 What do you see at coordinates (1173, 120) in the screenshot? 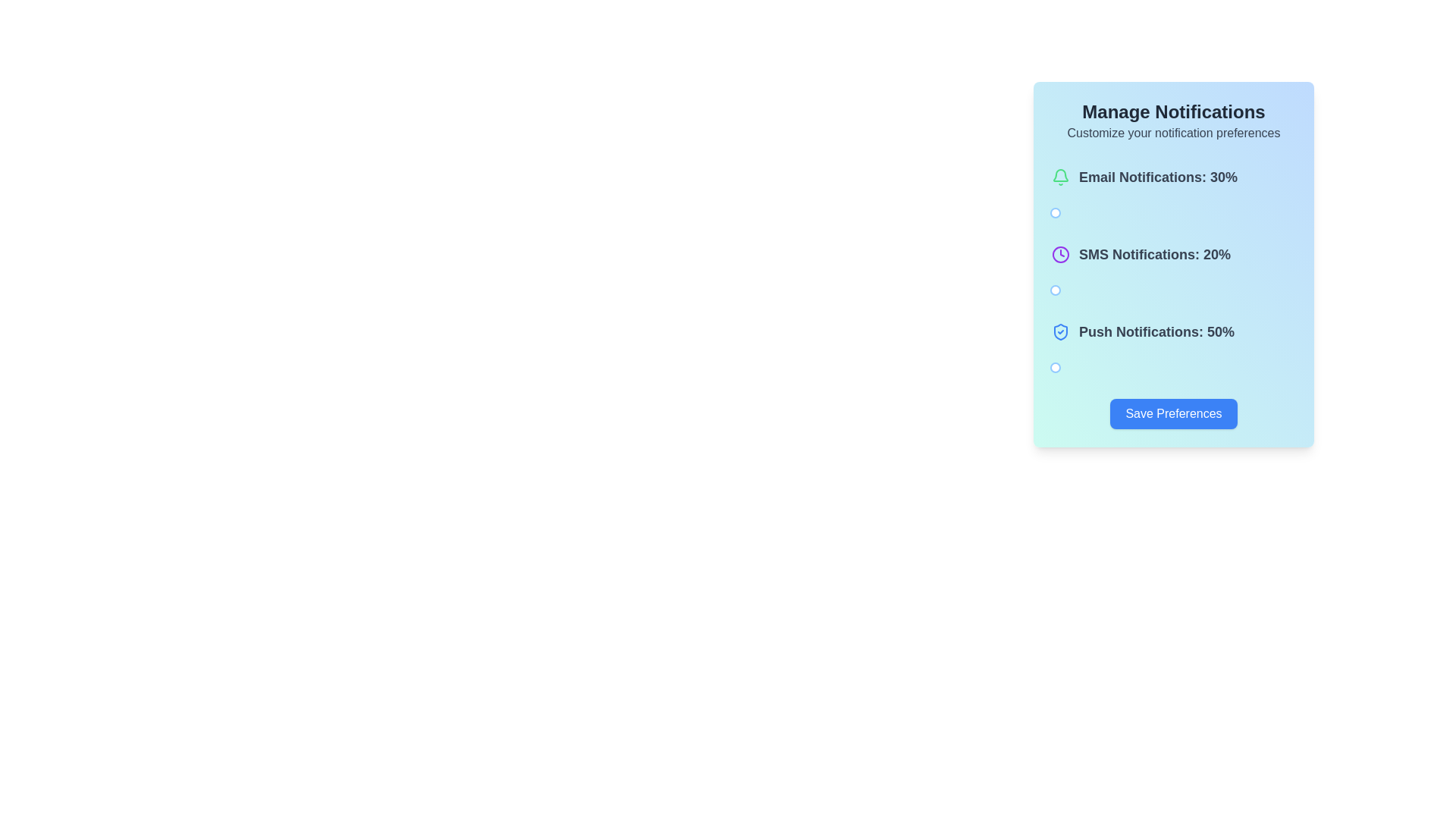
I see `the header text block of the notification management interface card located at the upper-right region of the interface` at bounding box center [1173, 120].